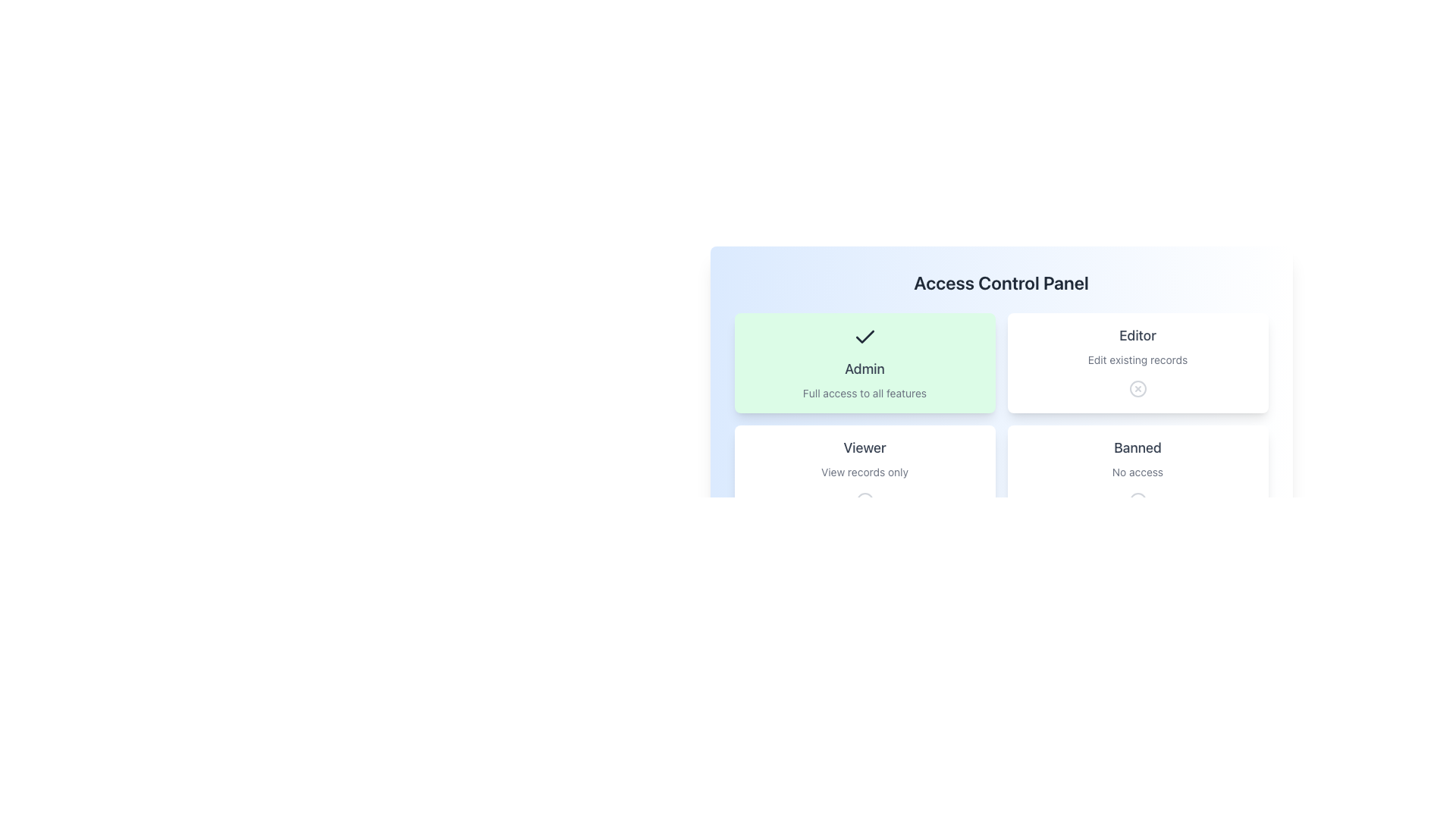 This screenshot has width=1456, height=819. What do you see at coordinates (1137, 335) in the screenshot?
I see `the descriptive text label for the 'Editor' card located in the top-right quadrant of the interface under 'Access Control Panel'` at bounding box center [1137, 335].